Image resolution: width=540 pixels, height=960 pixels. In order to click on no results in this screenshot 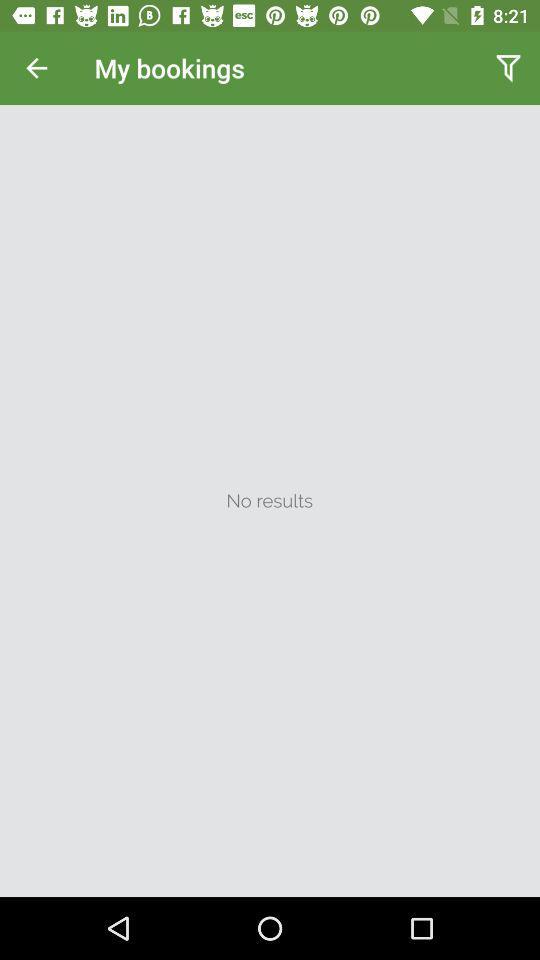, I will do `click(270, 500)`.